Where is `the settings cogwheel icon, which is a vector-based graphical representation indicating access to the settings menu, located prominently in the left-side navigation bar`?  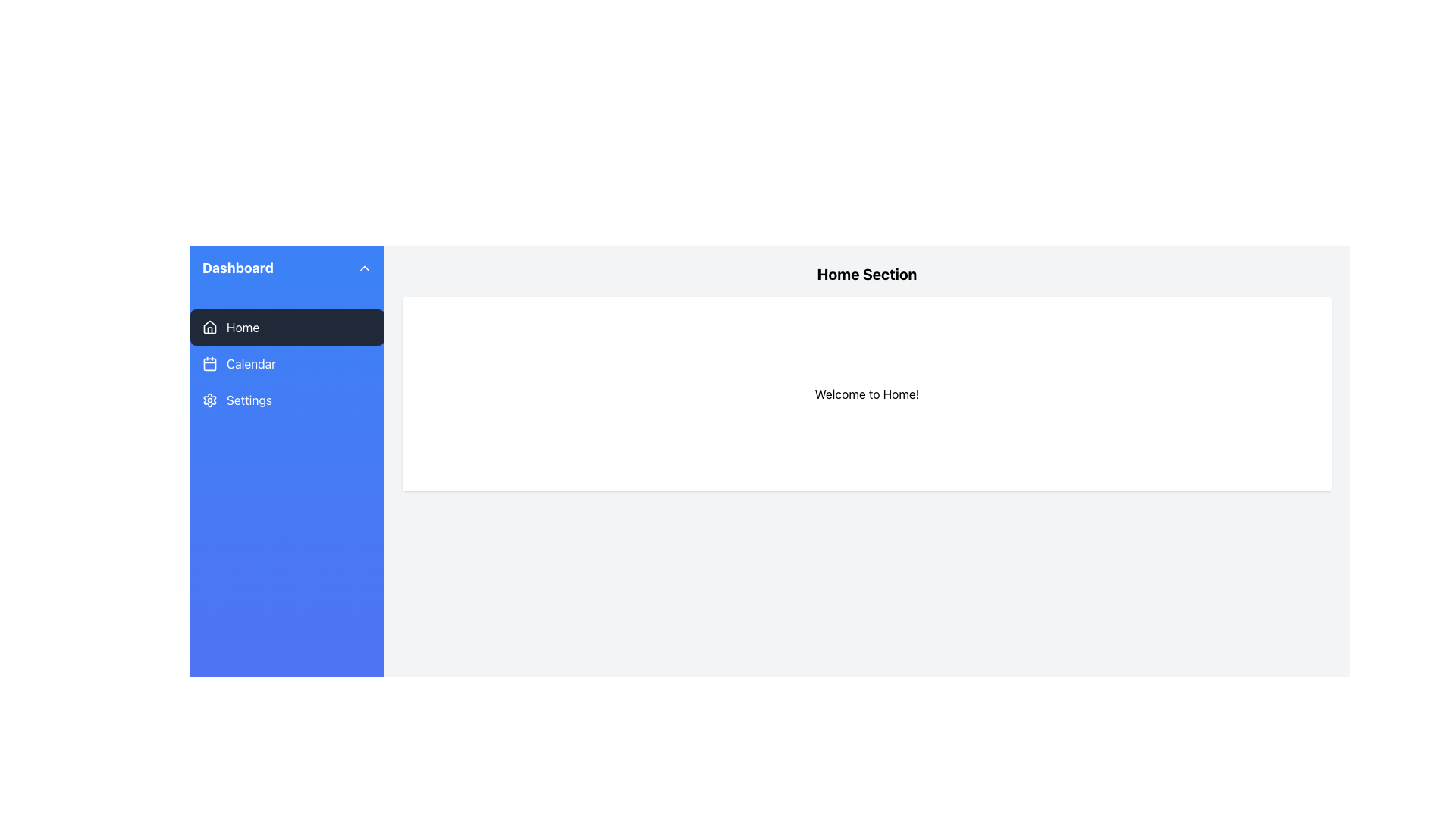 the settings cogwheel icon, which is a vector-based graphical representation indicating access to the settings menu, located prominently in the left-side navigation bar is located at coordinates (209, 400).